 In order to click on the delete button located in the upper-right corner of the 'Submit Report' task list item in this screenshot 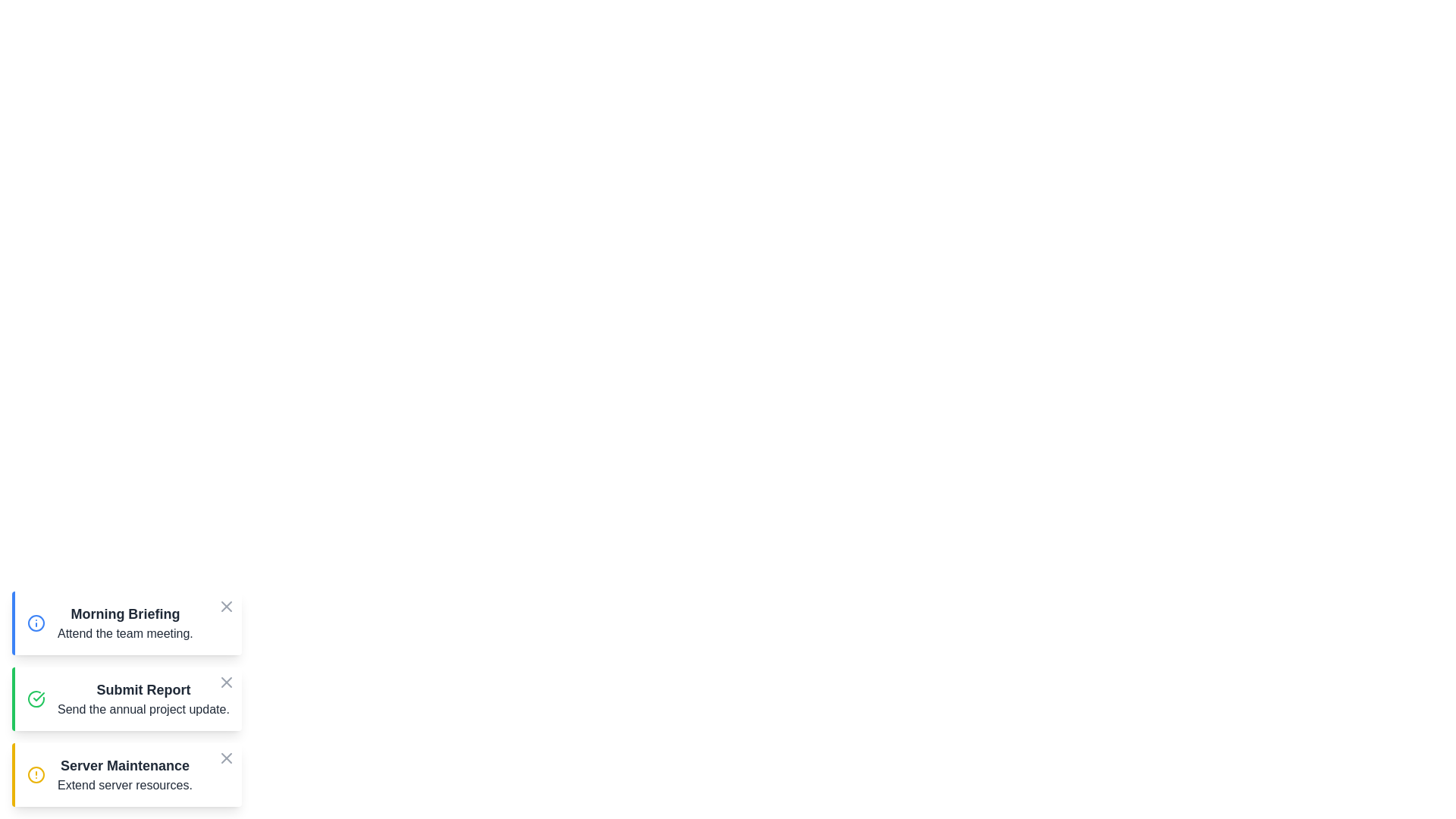, I will do `click(225, 681)`.